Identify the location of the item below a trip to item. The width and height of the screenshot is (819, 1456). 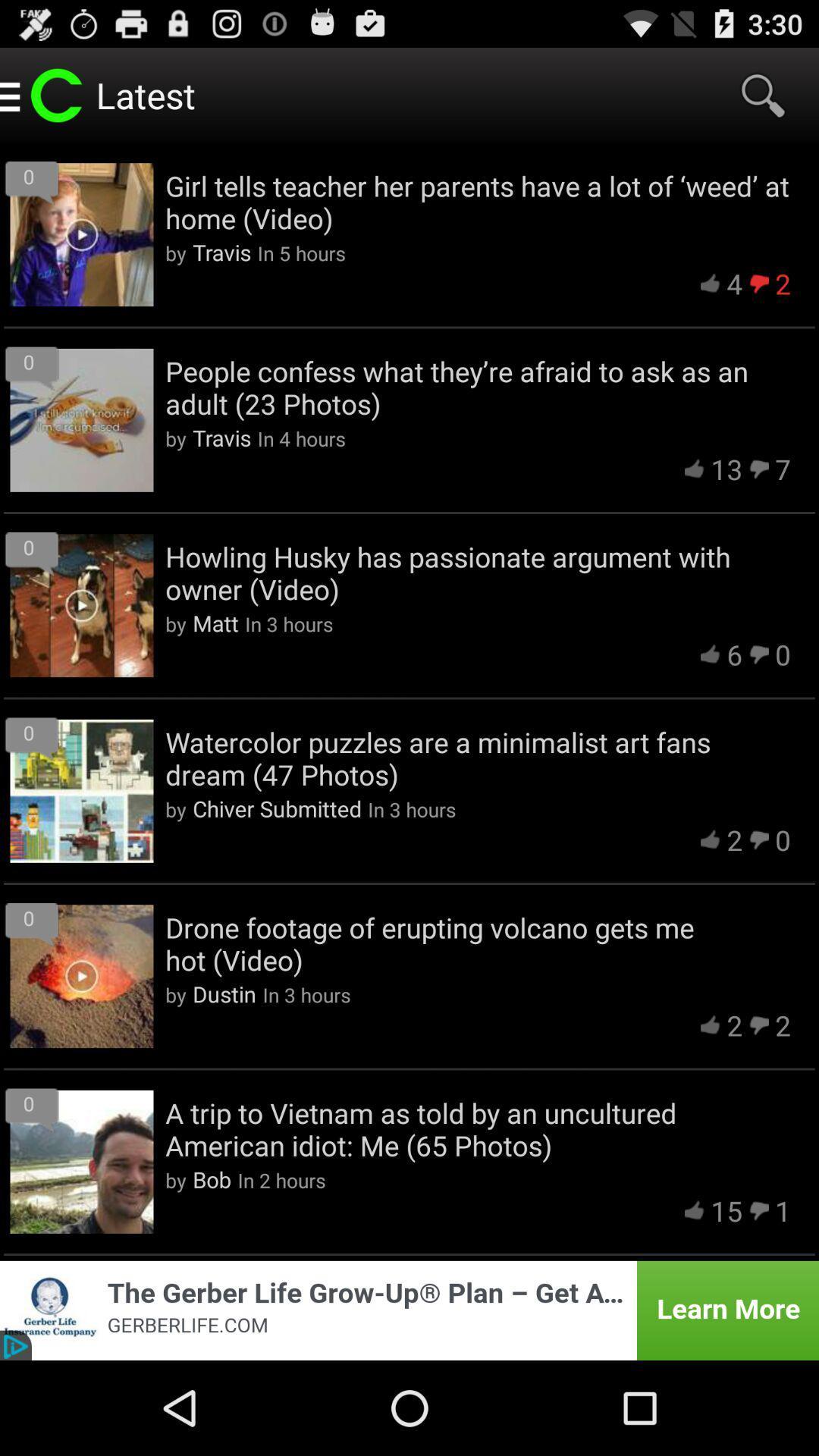
(726, 1210).